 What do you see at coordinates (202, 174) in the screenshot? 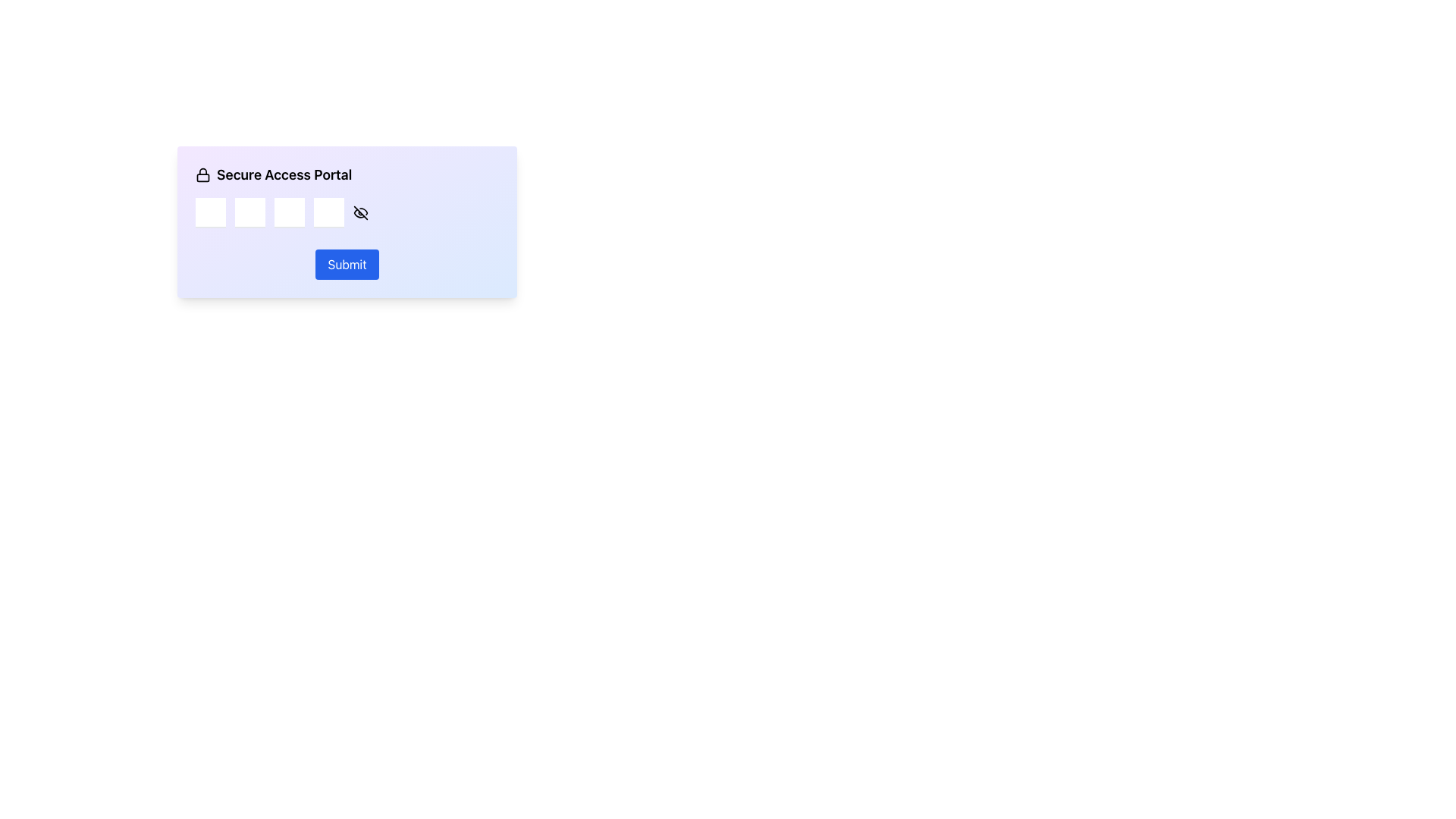
I see `the minimalist lock icon located to the left of the 'Secure Access Portal' text` at bounding box center [202, 174].